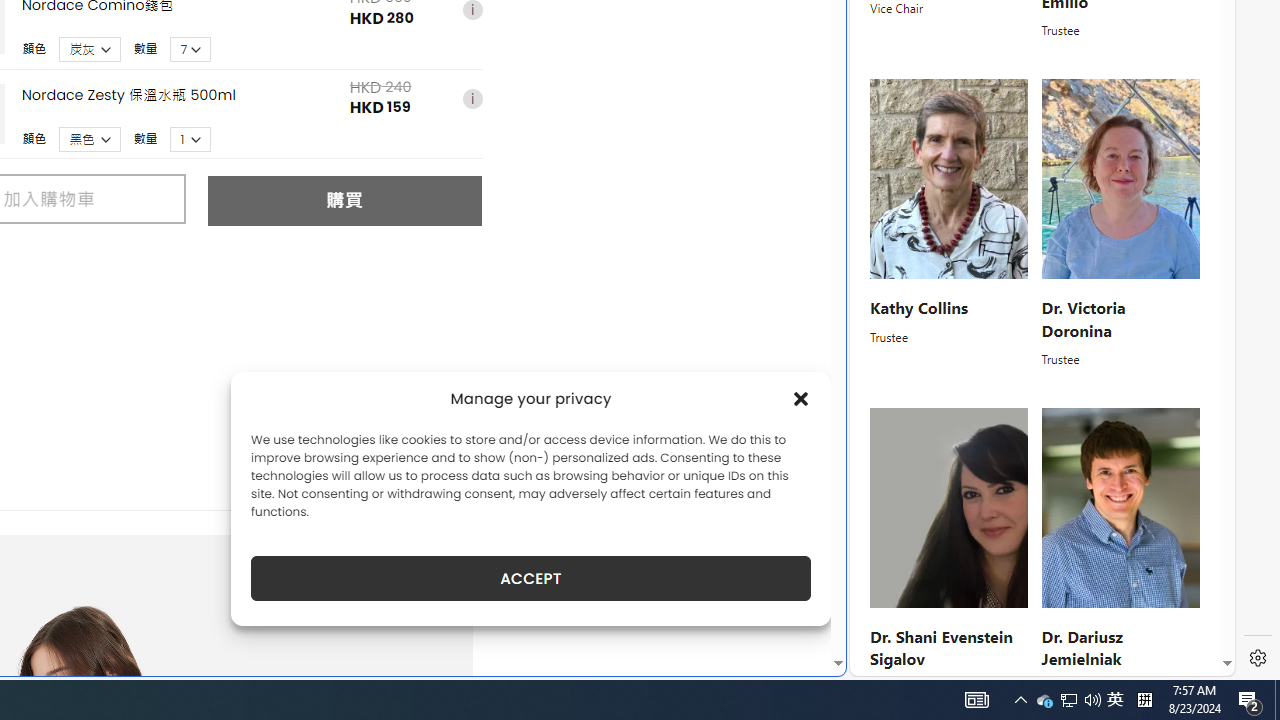 This screenshot has height=720, width=1280. What do you see at coordinates (801, 398) in the screenshot?
I see `'Class: cmplz-close'` at bounding box center [801, 398].